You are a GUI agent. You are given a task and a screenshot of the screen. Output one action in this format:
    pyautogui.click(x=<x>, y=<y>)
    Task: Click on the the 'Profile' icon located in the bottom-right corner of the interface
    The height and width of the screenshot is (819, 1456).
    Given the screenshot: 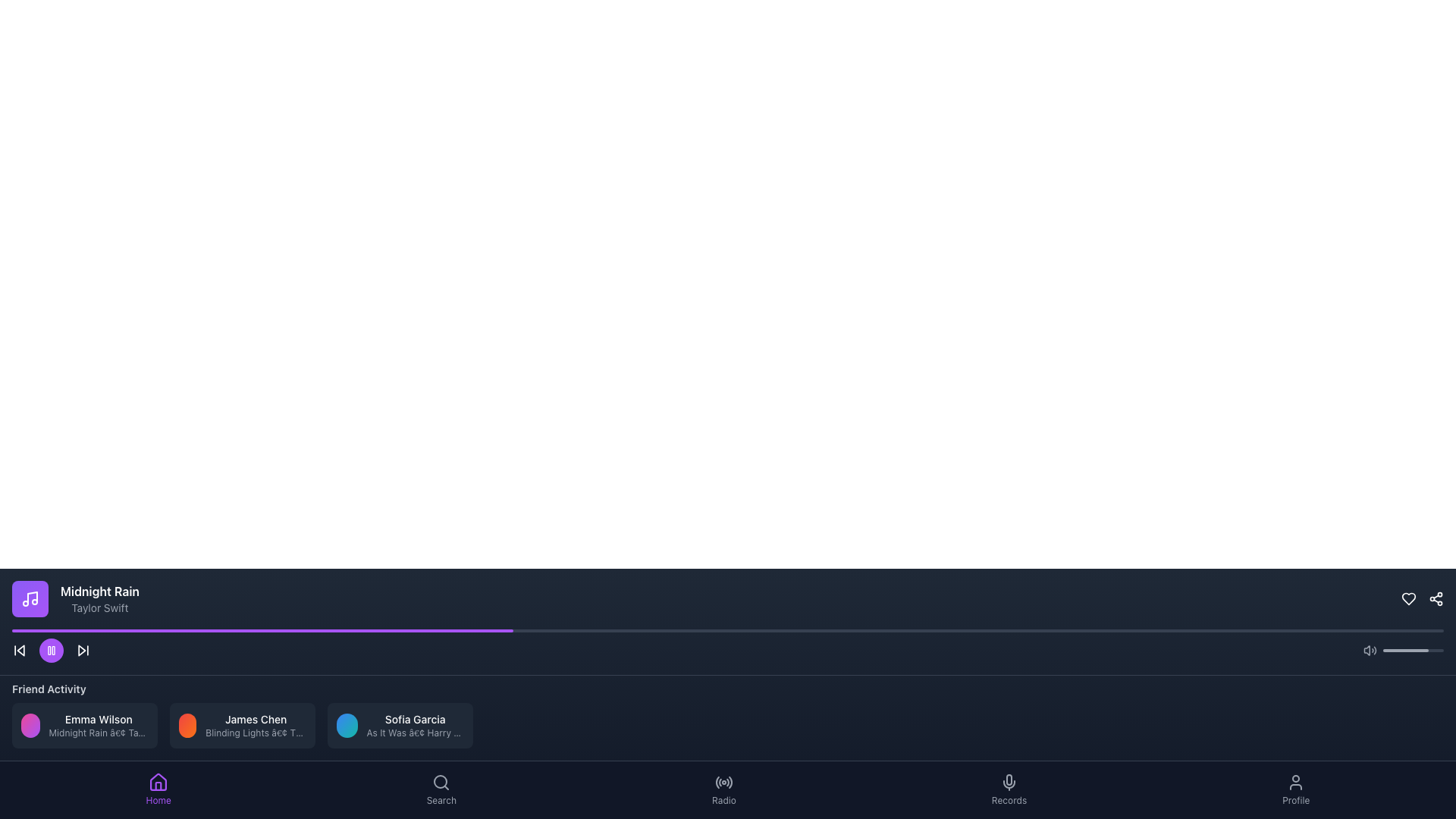 What is the action you would take?
    pyautogui.click(x=1295, y=783)
    